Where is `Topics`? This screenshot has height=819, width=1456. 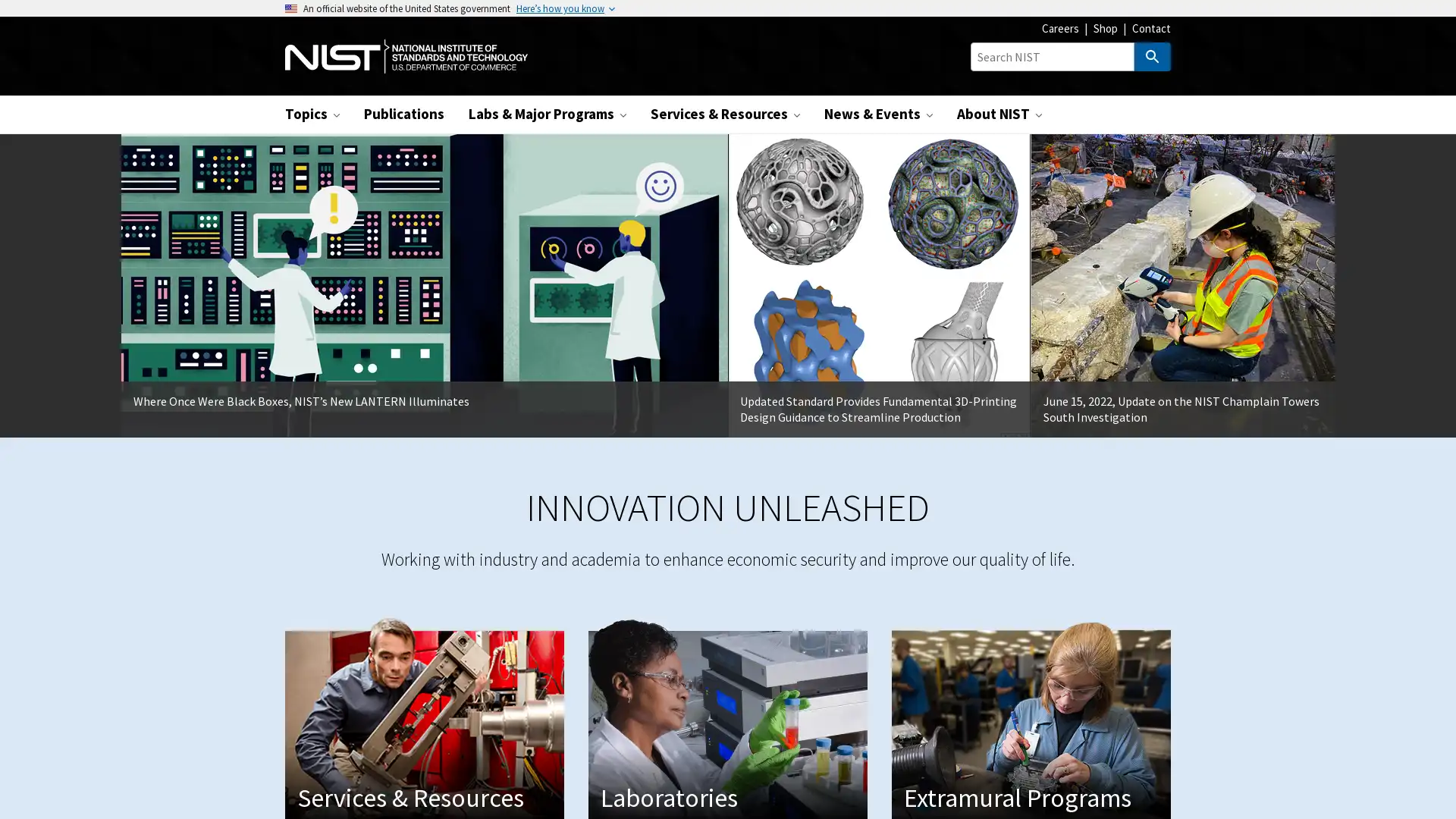
Topics is located at coordinates (312, 113).